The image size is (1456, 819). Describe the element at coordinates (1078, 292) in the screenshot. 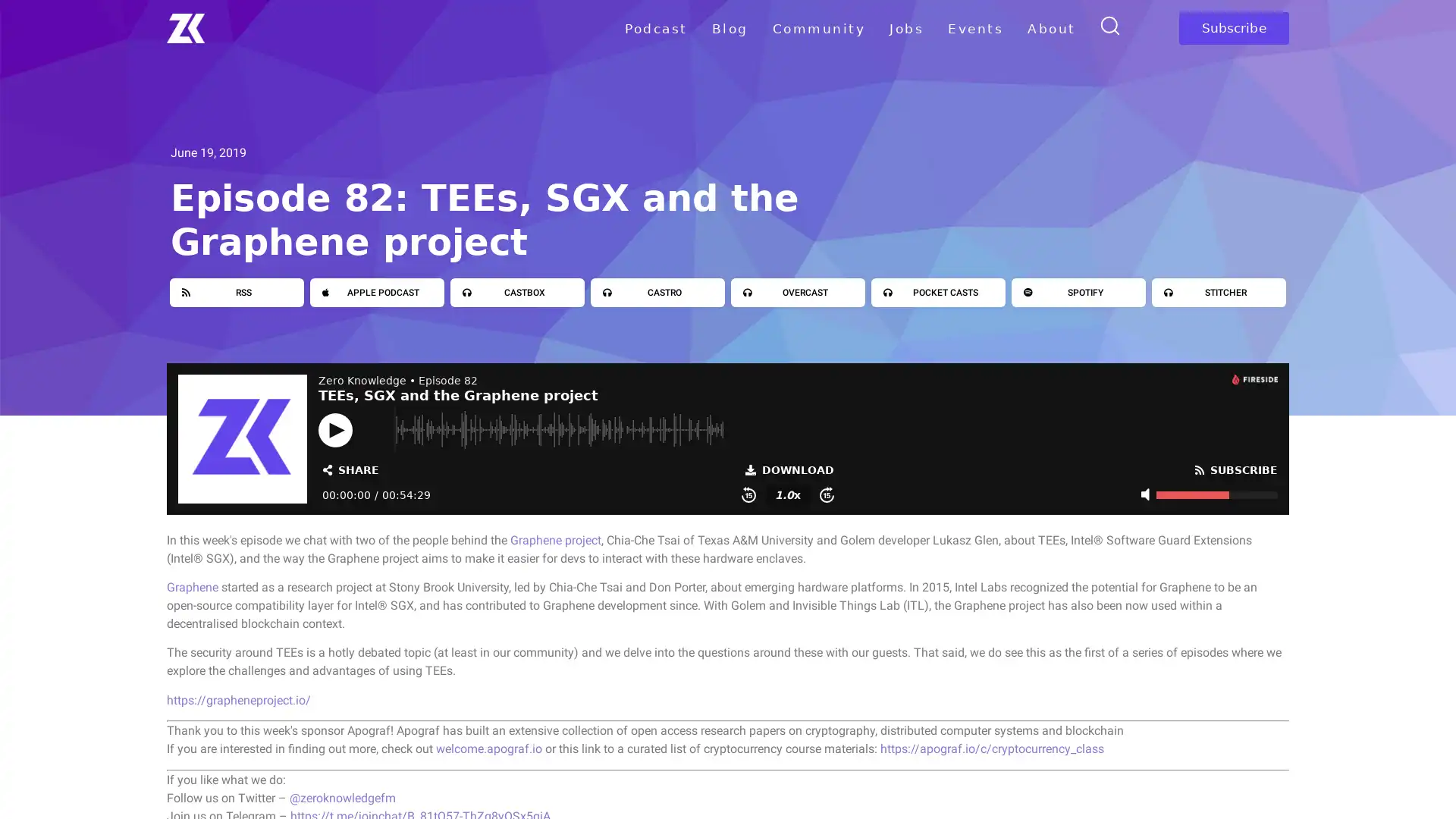

I see `SPOTIFY` at that location.